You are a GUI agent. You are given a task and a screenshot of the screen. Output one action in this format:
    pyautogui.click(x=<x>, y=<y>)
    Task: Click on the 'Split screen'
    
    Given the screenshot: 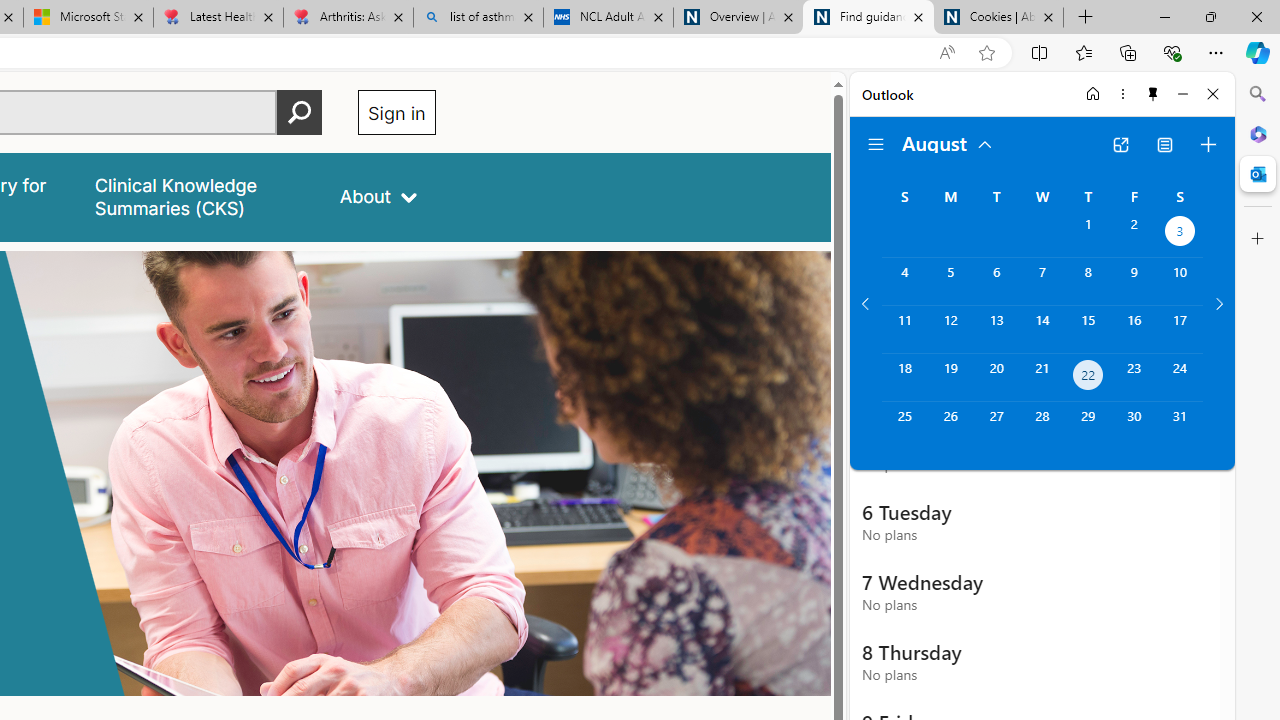 What is the action you would take?
    pyautogui.click(x=1040, y=51)
    